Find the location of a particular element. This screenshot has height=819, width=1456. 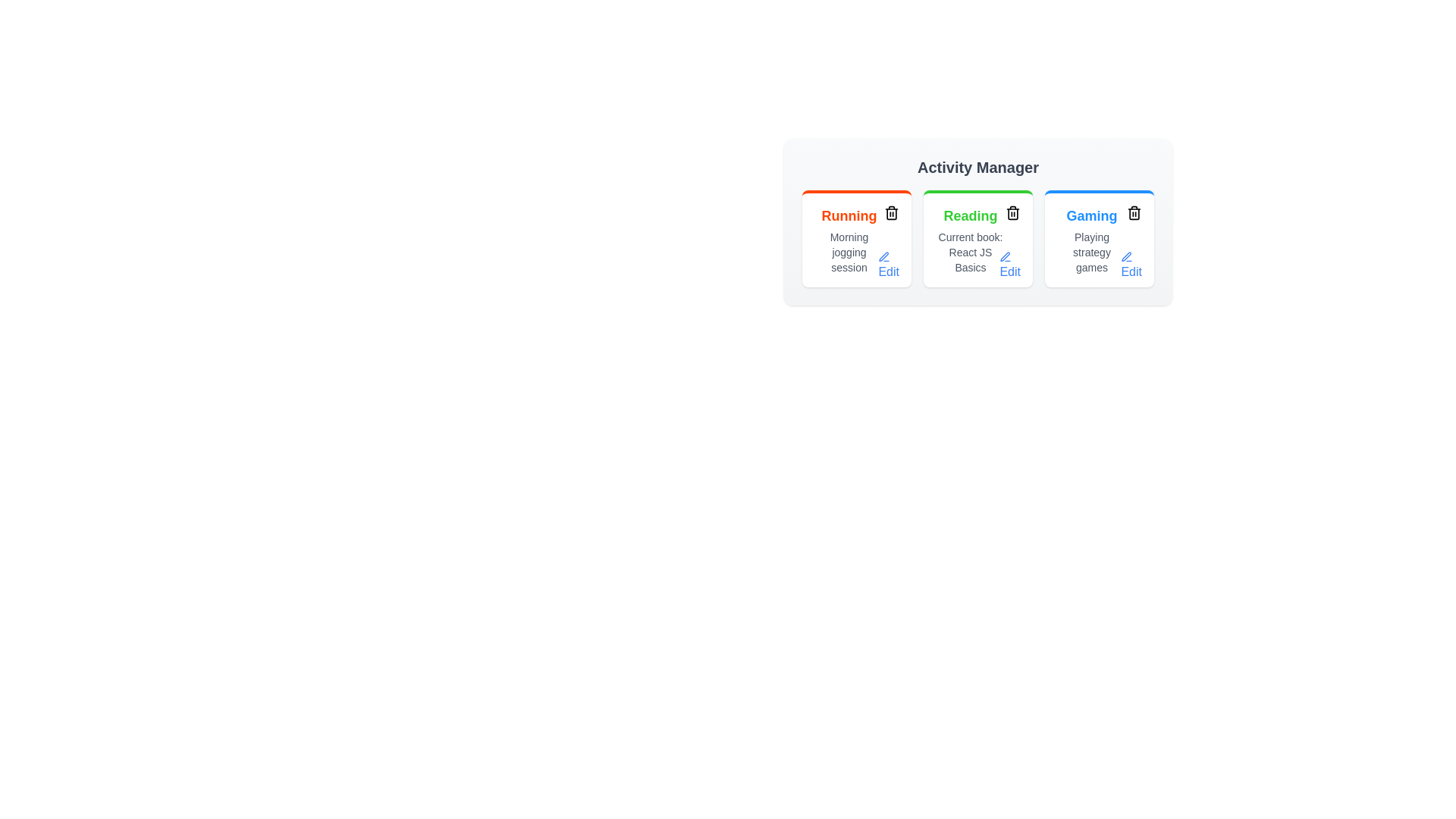

the 'Edit' button for the activity Running is located at coordinates (889, 265).